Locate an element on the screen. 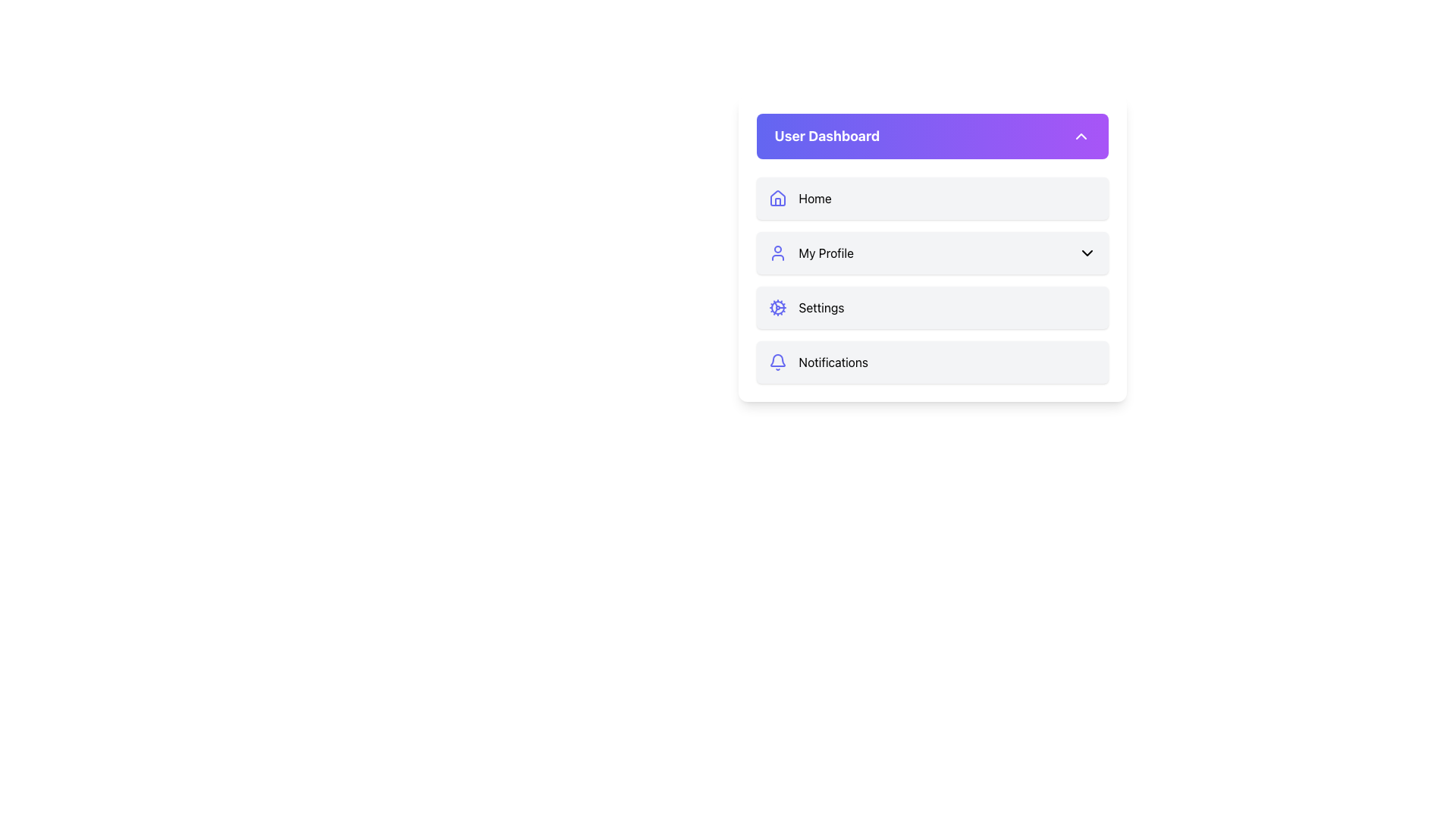  the home button in the User Dashboard menu is located at coordinates (931, 198).